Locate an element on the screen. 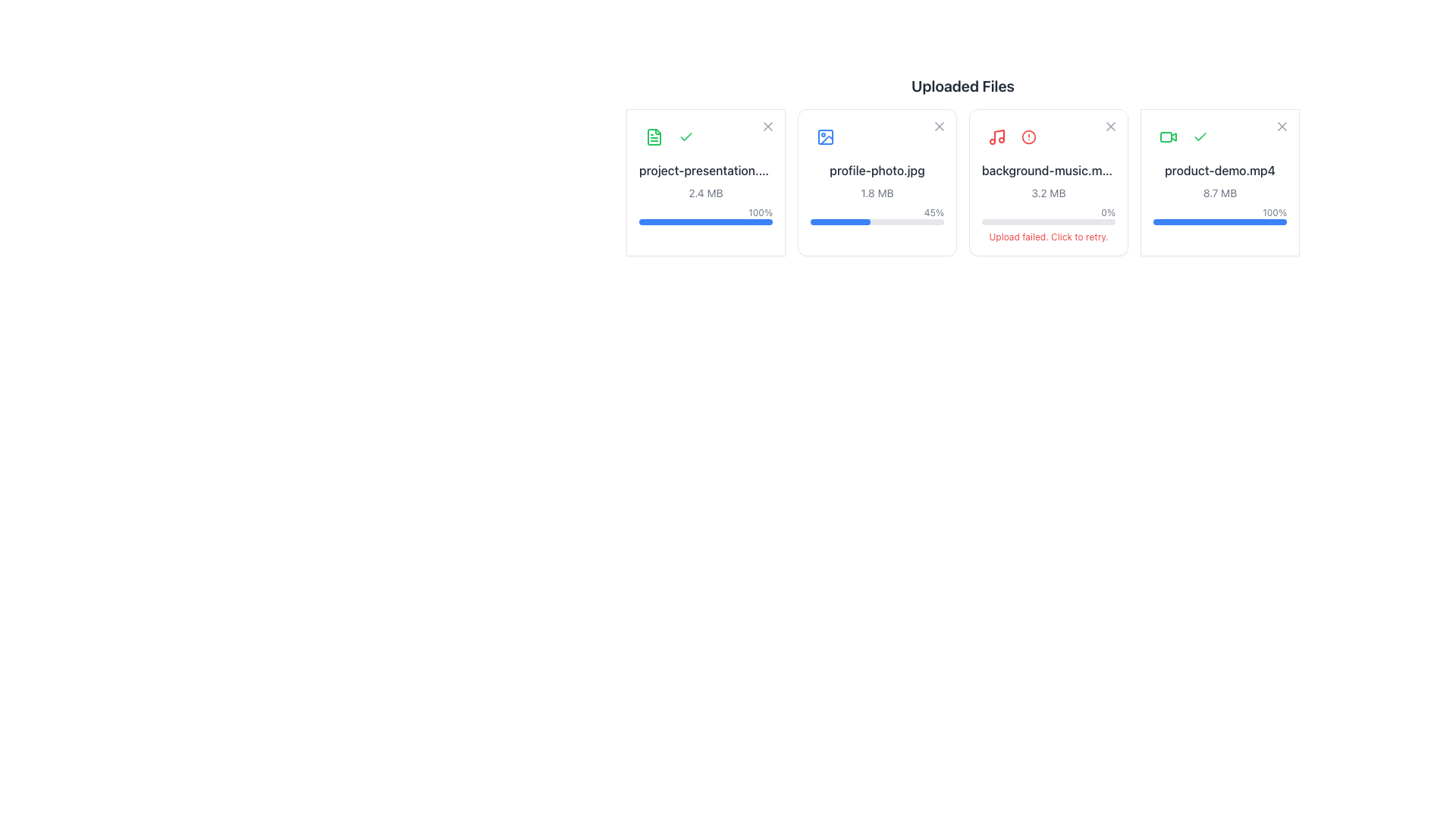 Image resolution: width=1456 pixels, height=819 pixels. the green-colored checkmark status indicator located near the 'product-demo.mp4' card in the 'Uploaded Files' section is located at coordinates (1200, 137).